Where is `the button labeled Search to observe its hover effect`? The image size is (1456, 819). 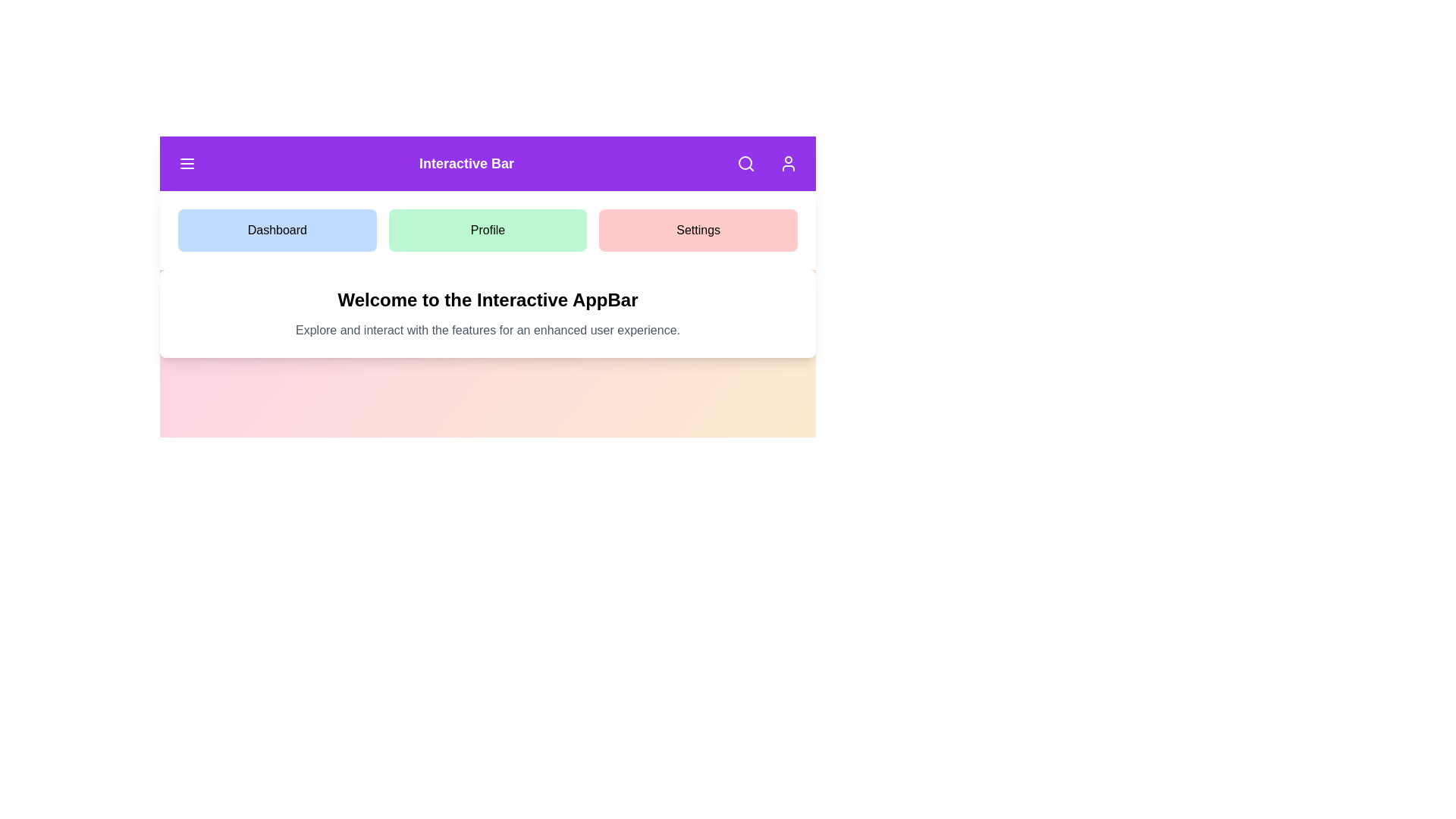
the button labeled Search to observe its hover effect is located at coordinates (745, 164).